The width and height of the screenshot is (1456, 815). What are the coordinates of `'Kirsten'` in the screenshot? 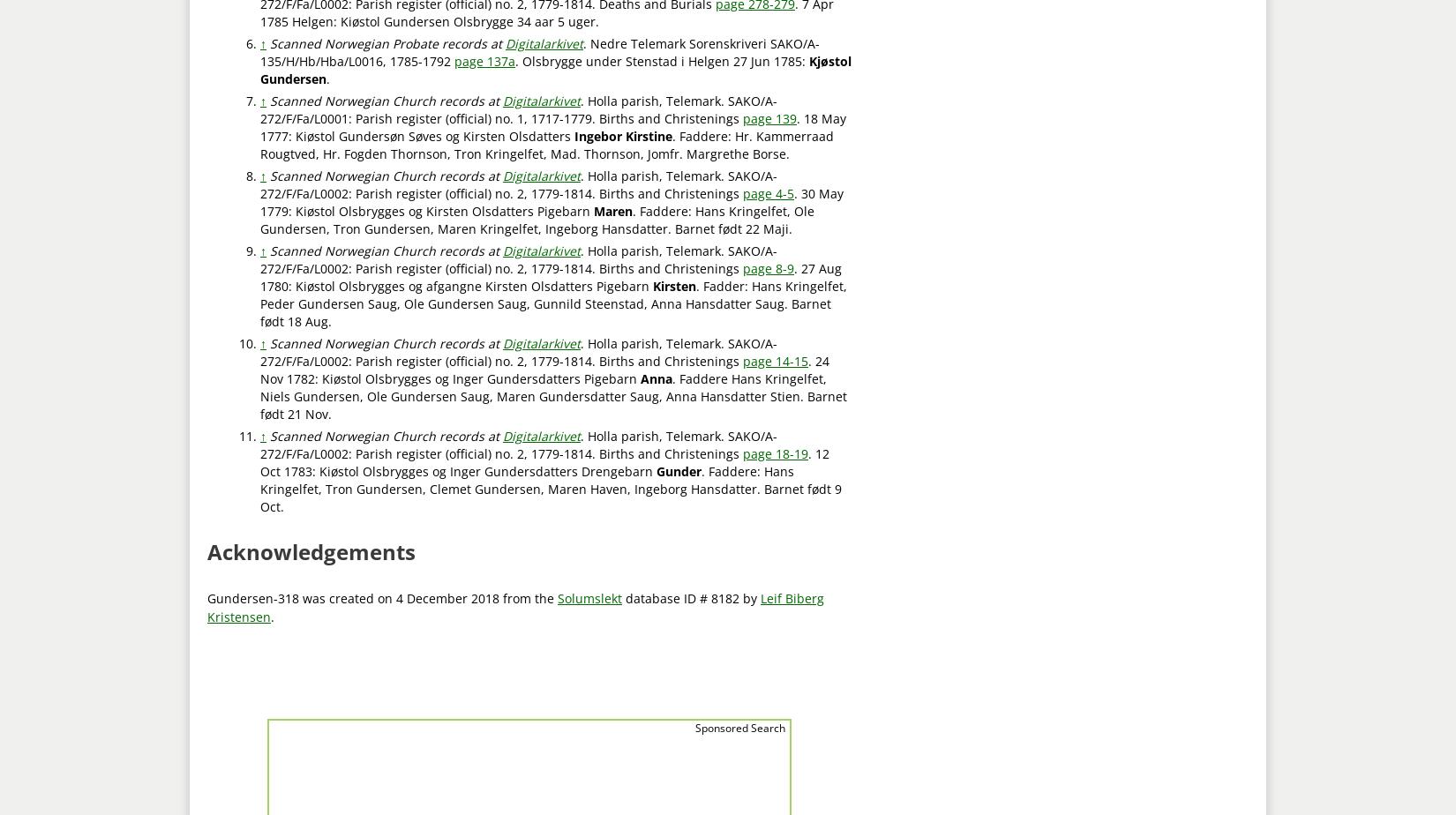 It's located at (673, 285).